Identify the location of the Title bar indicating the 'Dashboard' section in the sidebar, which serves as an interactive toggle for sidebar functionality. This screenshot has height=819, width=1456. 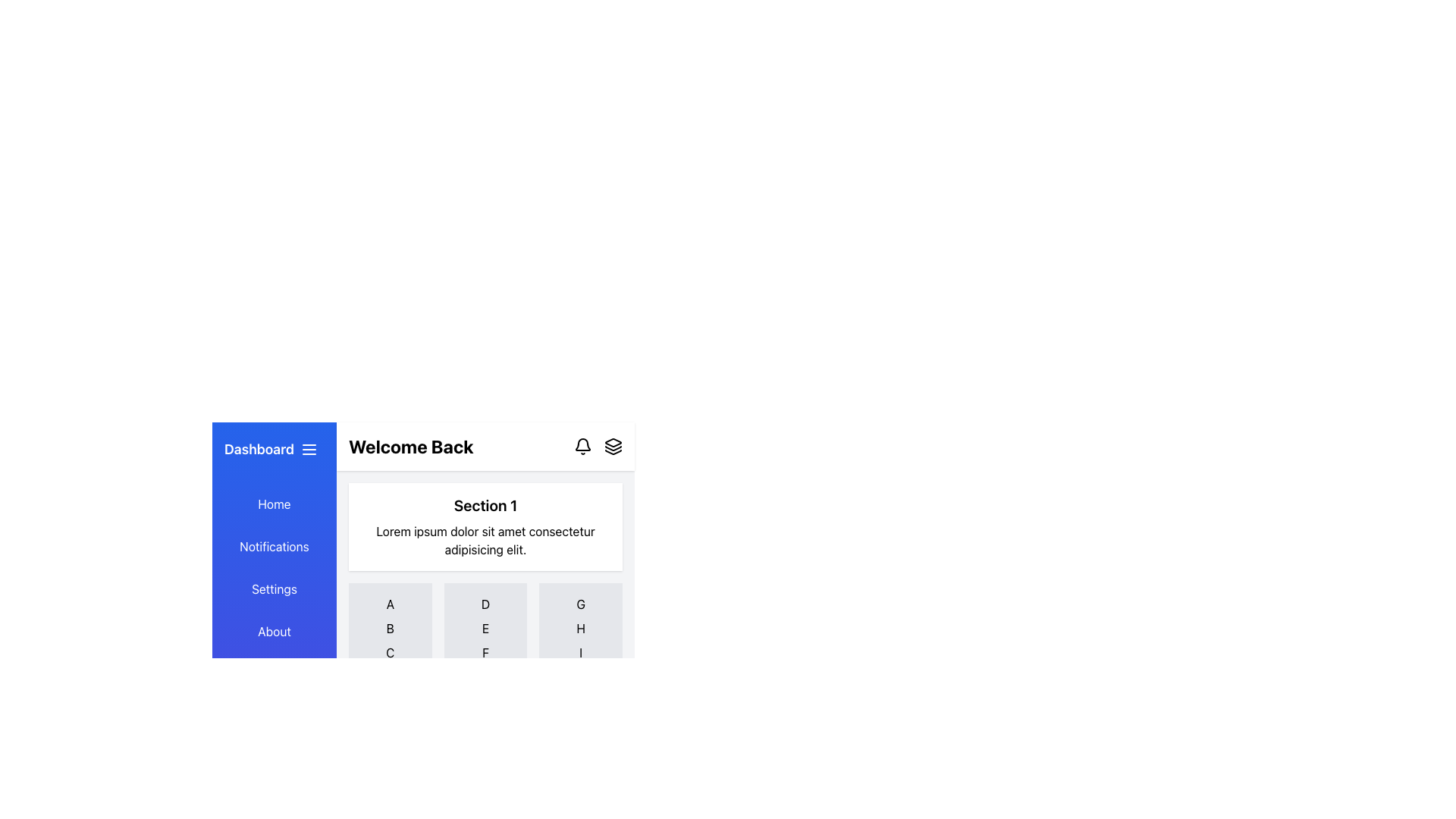
(274, 449).